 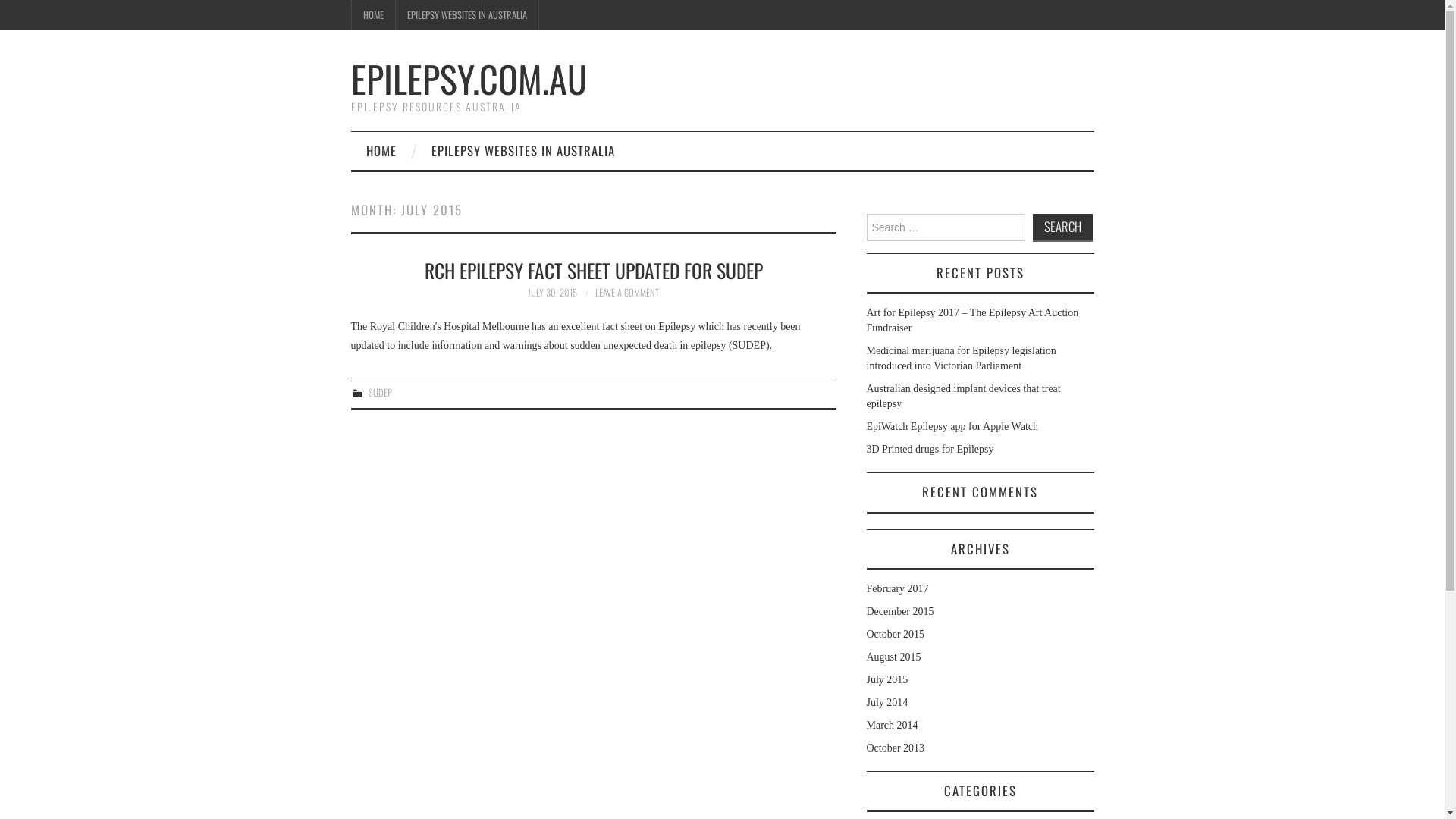 I want to click on 'LEAVE A COMMENT', so click(x=626, y=292).